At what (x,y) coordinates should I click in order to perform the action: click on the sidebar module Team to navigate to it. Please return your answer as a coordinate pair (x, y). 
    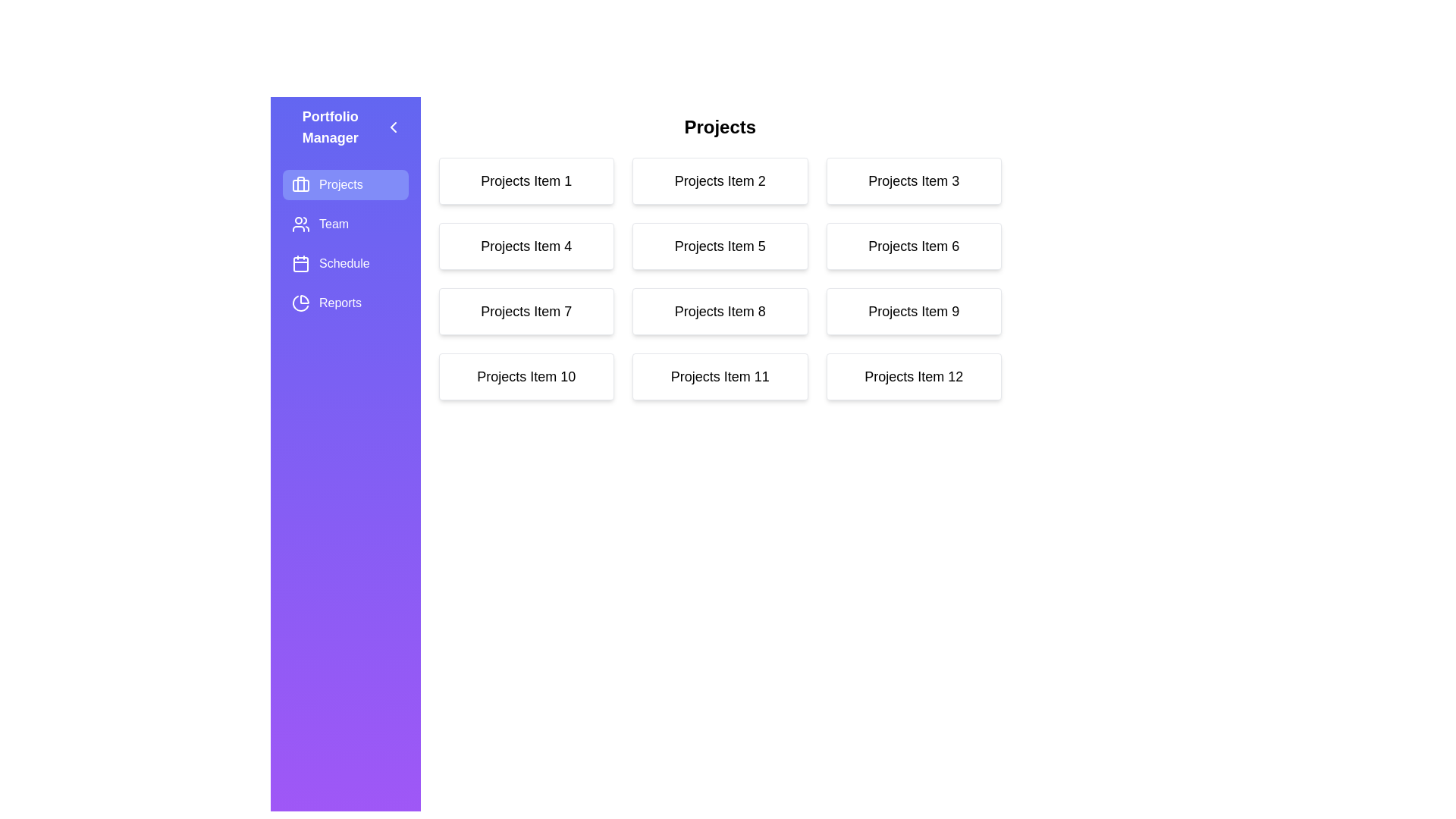
    Looking at the image, I should click on (344, 224).